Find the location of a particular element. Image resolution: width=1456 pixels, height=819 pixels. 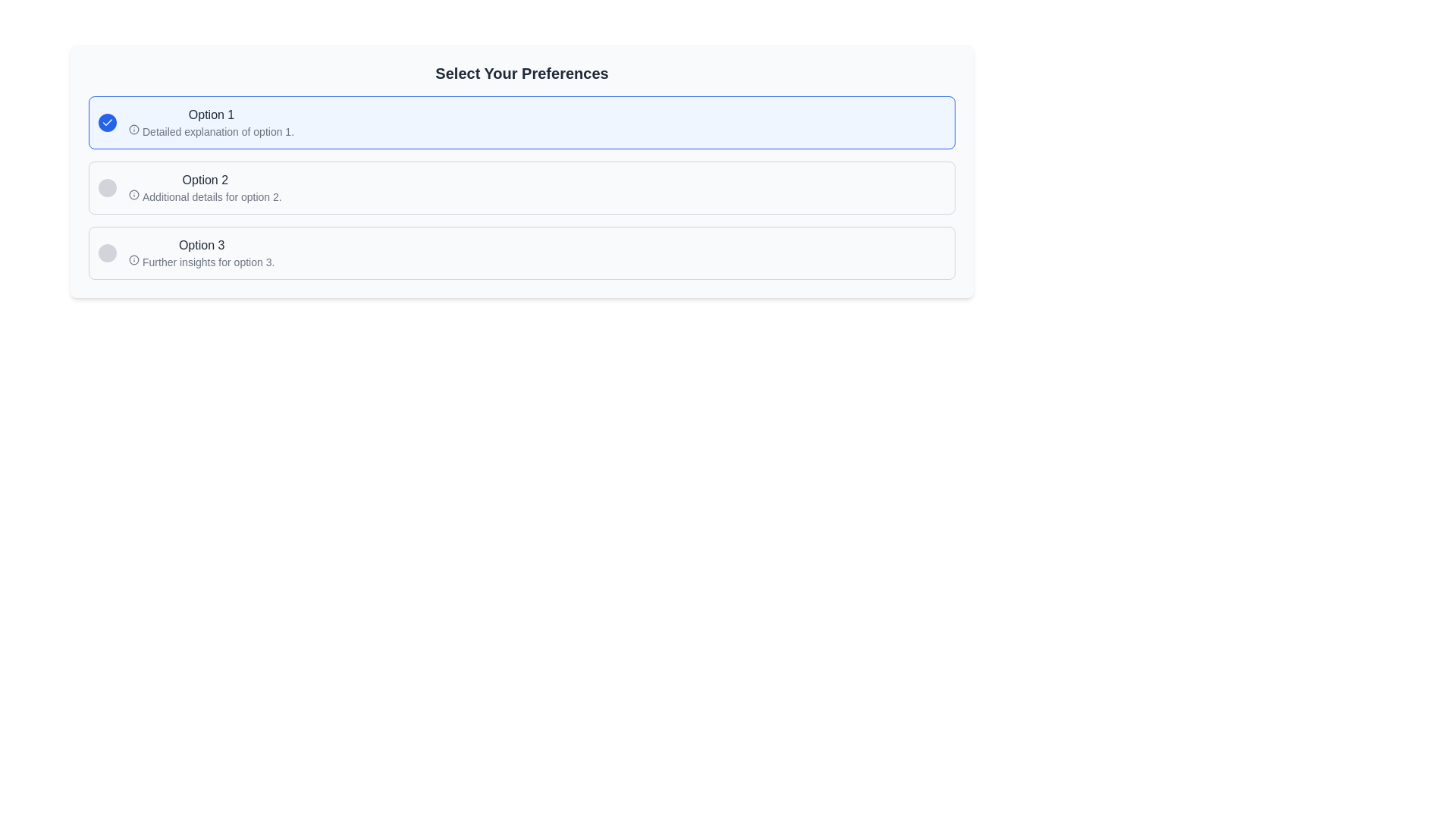

the static descriptive text providing additional information about 'Option 1', located directly beneath the 'Option 1' text is located at coordinates (210, 130).